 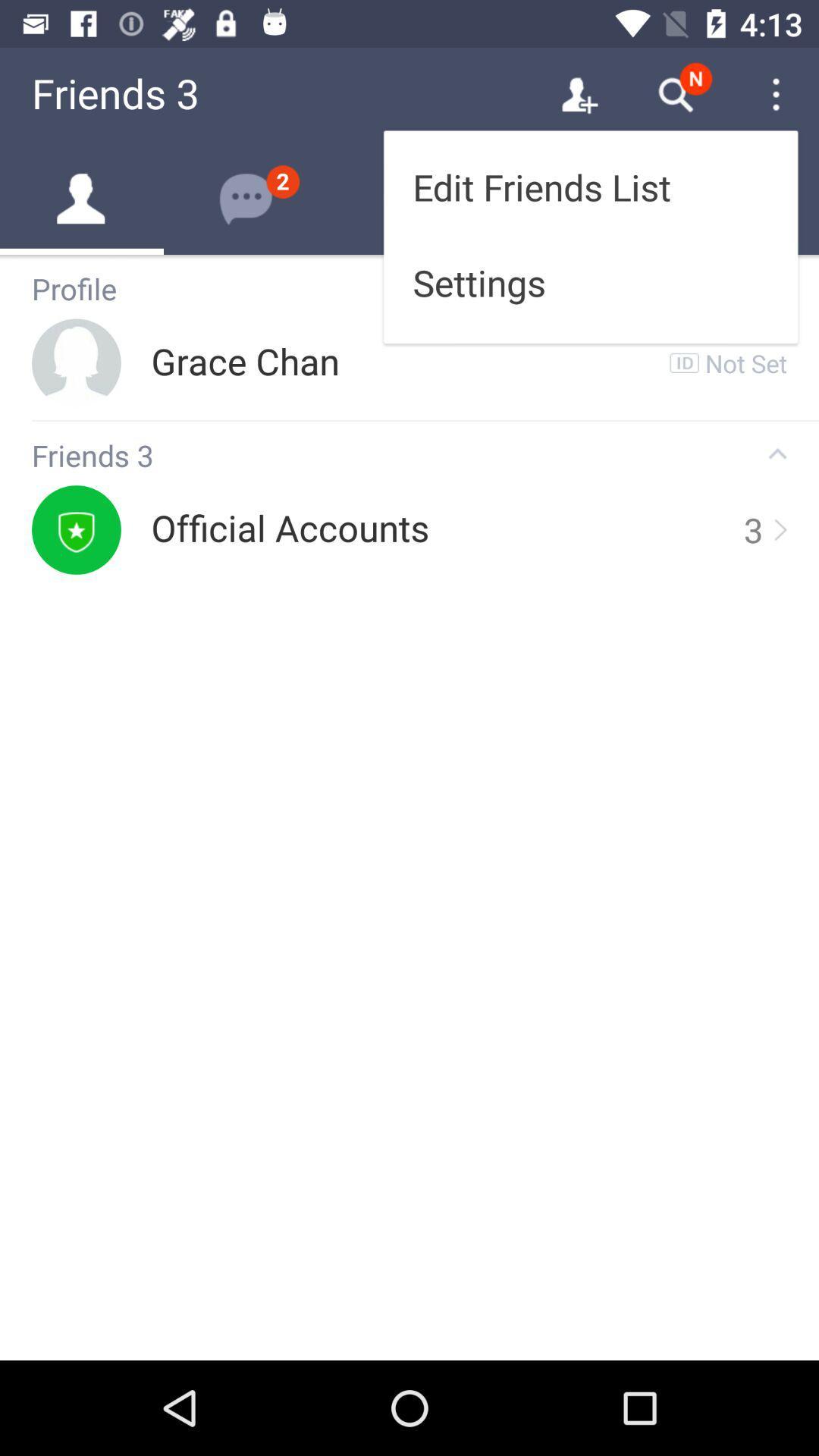 I want to click on the settings icon, so click(x=245, y=198).